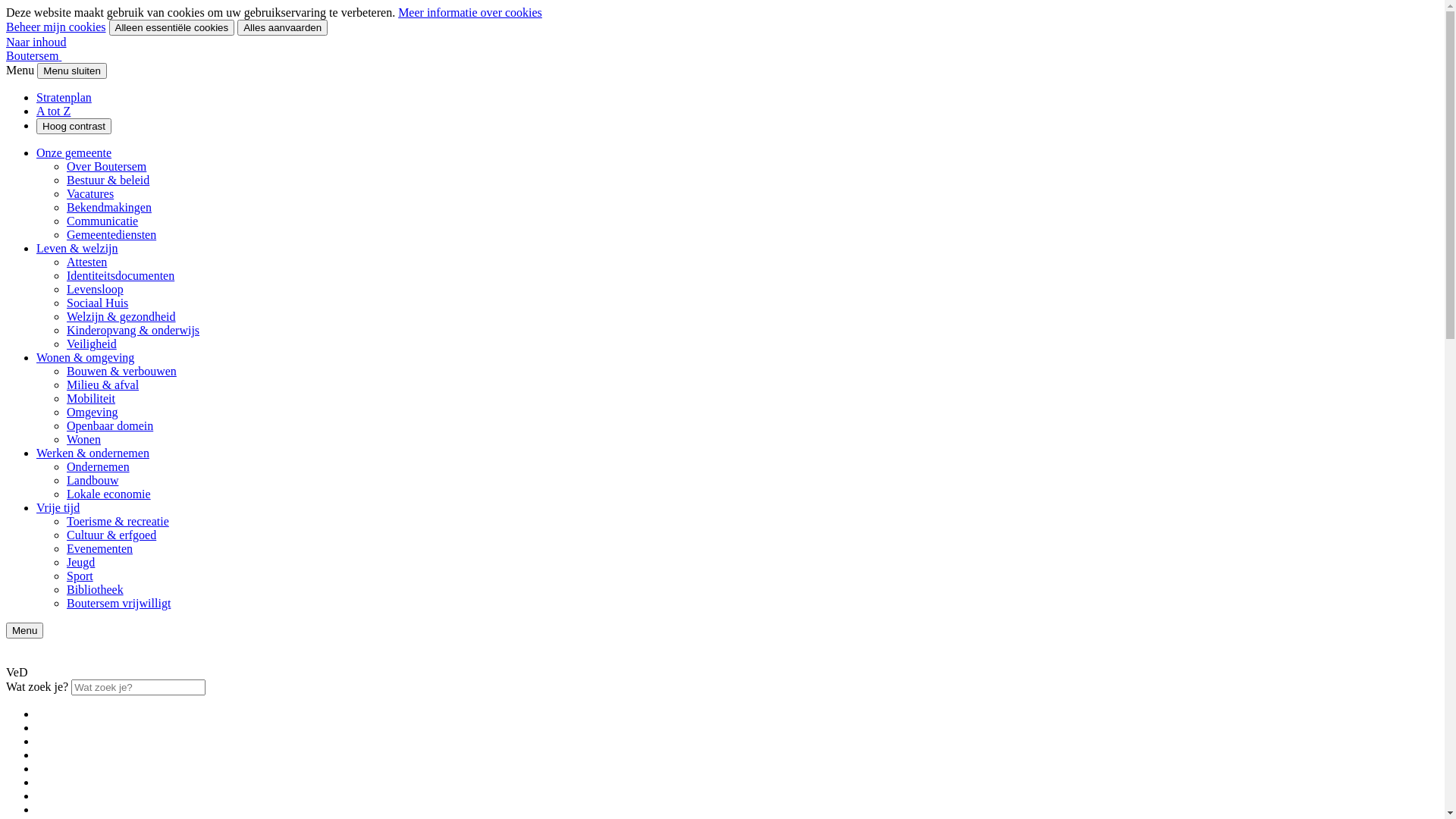 Image resolution: width=1456 pixels, height=819 pixels. What do you see at coordinates (97, 466) in the screenshot?
I see `'Ondernemen'` at bounding box center [97, 466].